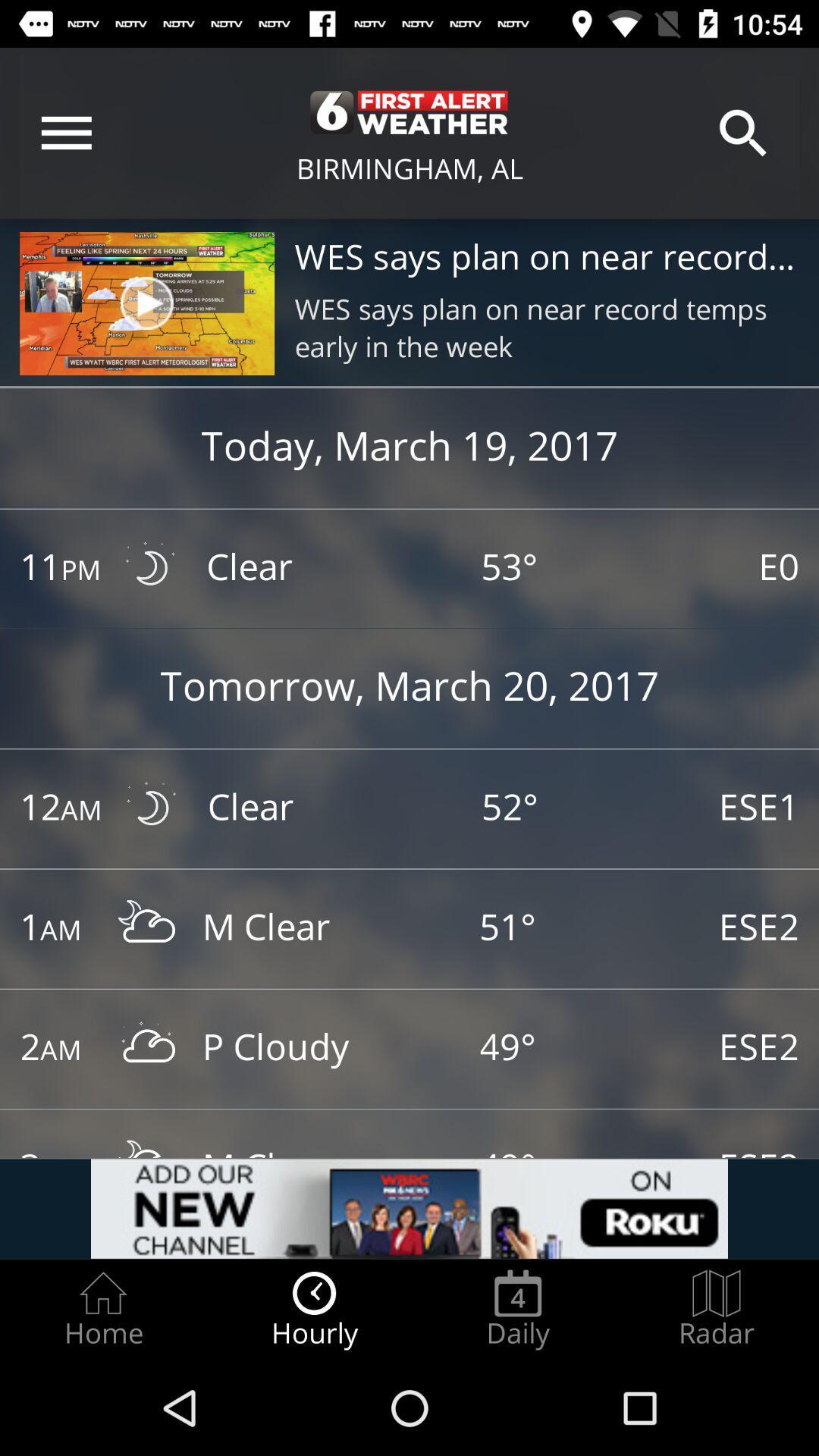 The image size is (819, 1456). What do you see at coordinates (517, 1309) in the screenshot?
I see `item to the right of hourly item` at bounding box center [517, 1309].